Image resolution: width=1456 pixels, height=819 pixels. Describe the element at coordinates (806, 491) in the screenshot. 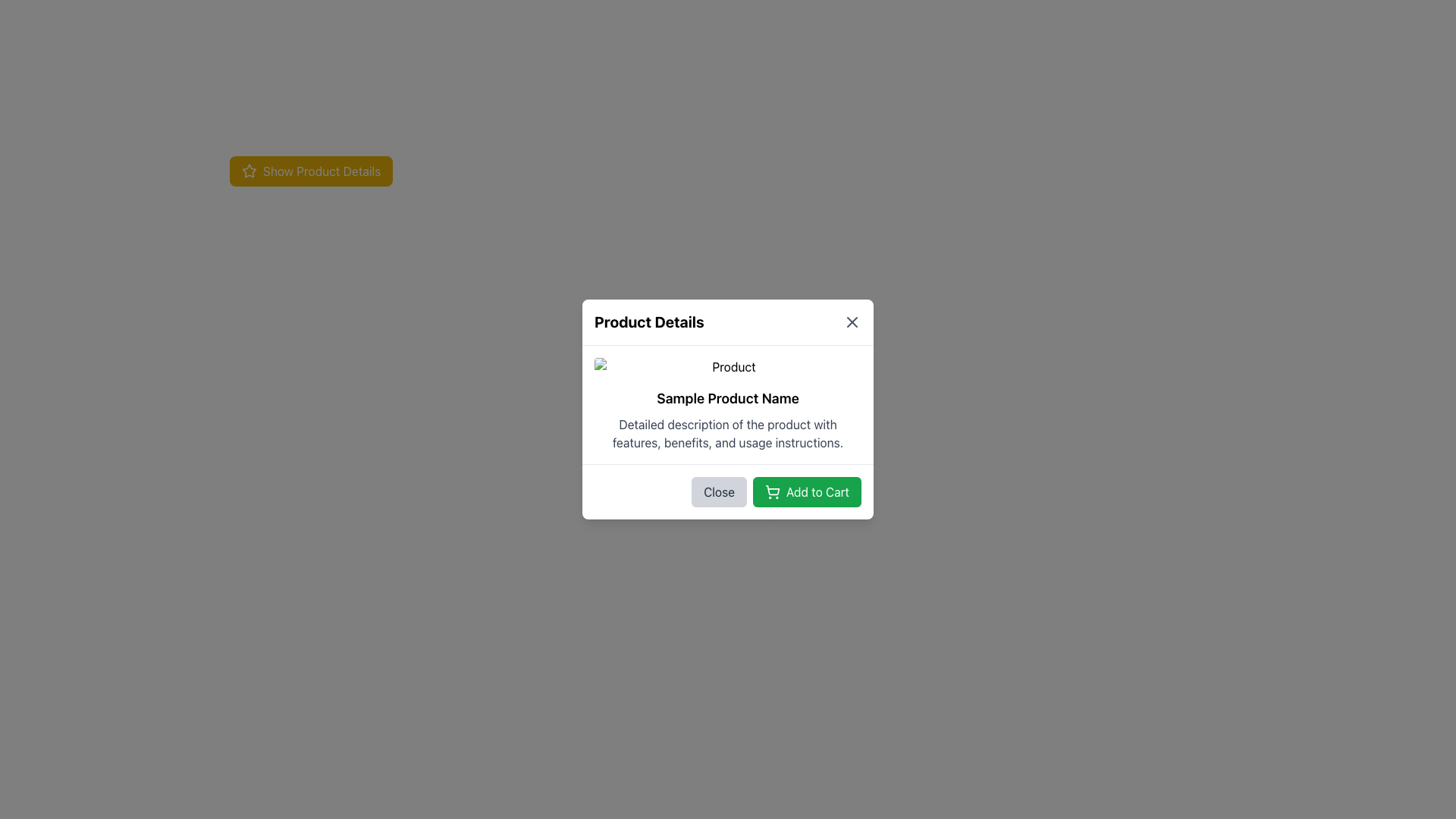

I see `the 'Add to Cart' button located in the bottom-right corner of the 'Product Details' modal dialog` at that location.